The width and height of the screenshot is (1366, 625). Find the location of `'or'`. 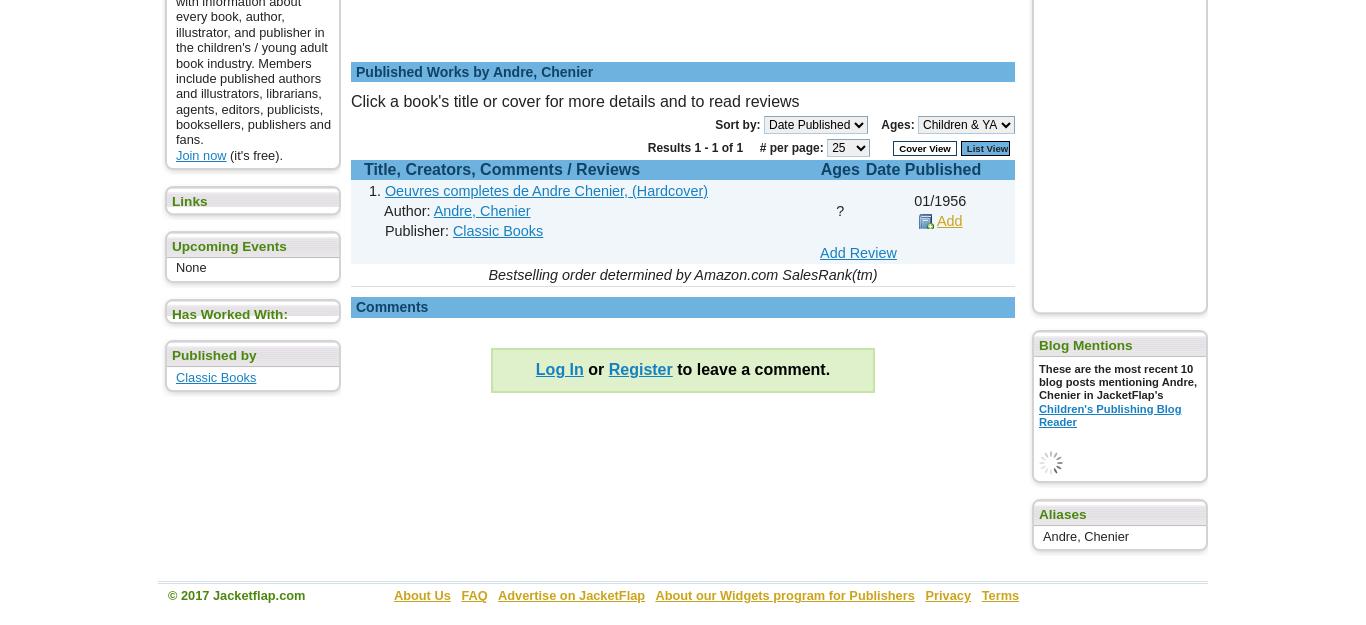

'or' is located at coordinates (594, 368).